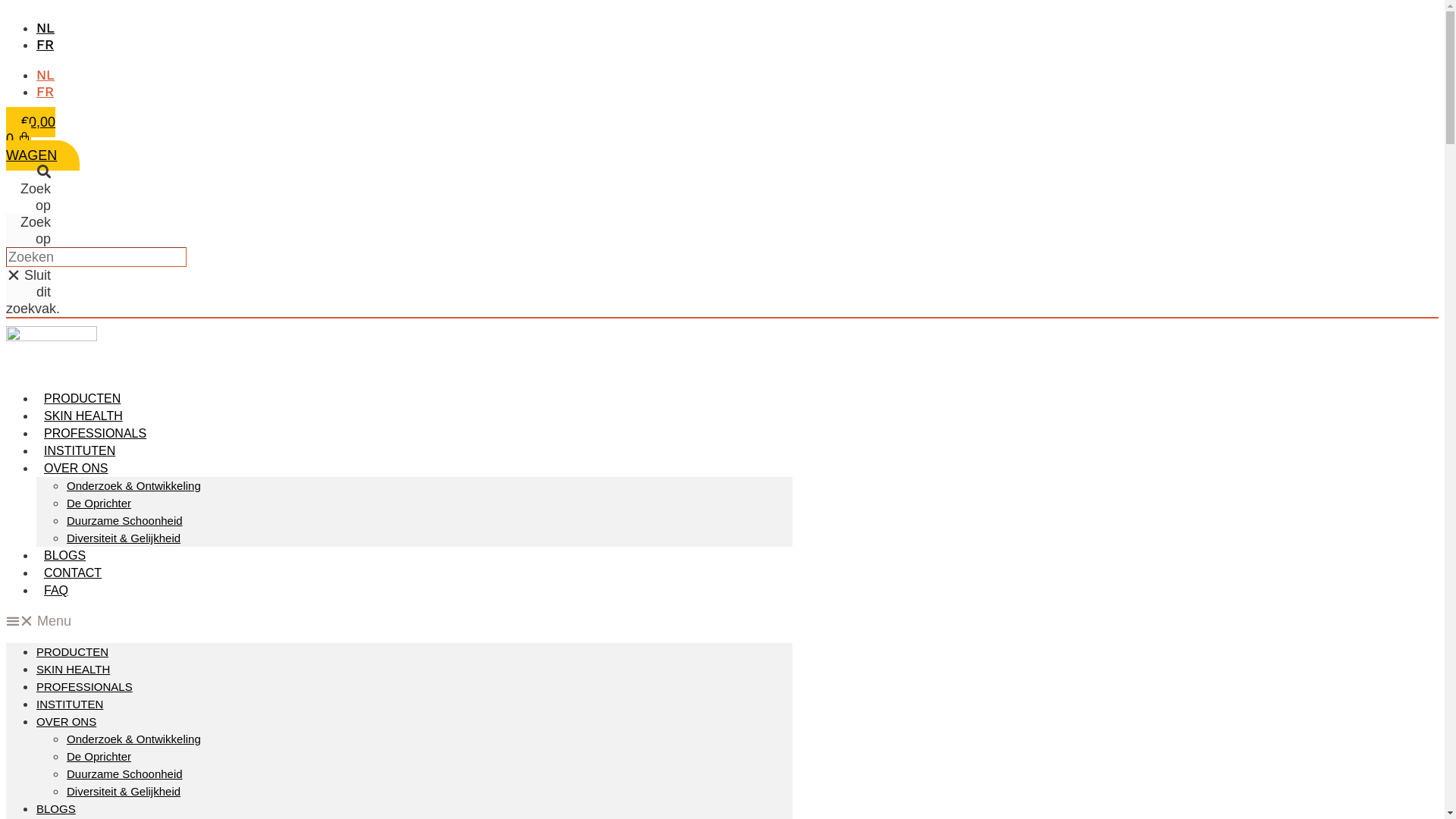 The image size is (1456, 819). Describe the element at coordinates (45, 91) in the screenshot. I see `'FR'` at that location.